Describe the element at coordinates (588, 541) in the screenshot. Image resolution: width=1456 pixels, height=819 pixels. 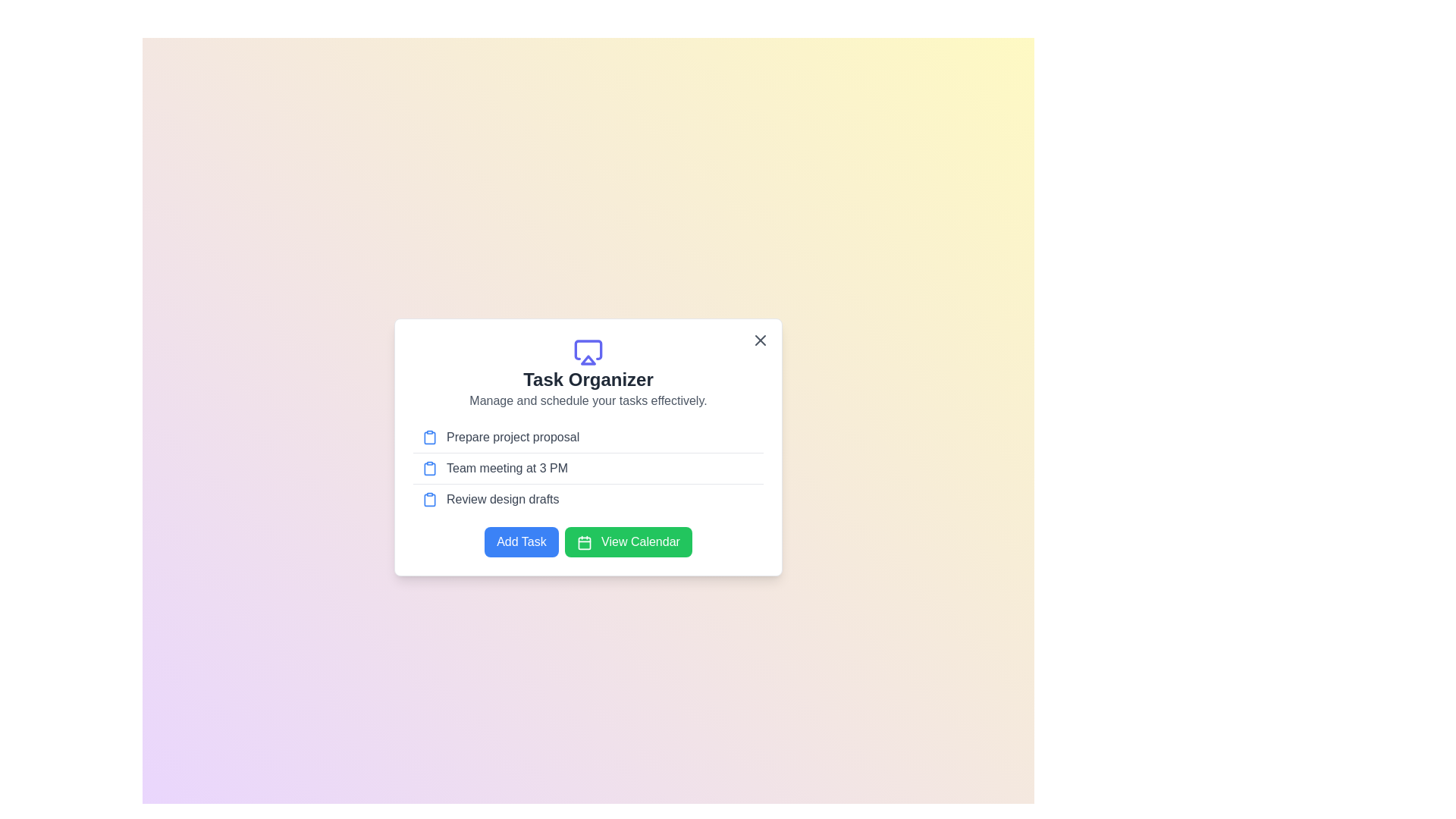
I see `the 'View Calendar' button` at that location.